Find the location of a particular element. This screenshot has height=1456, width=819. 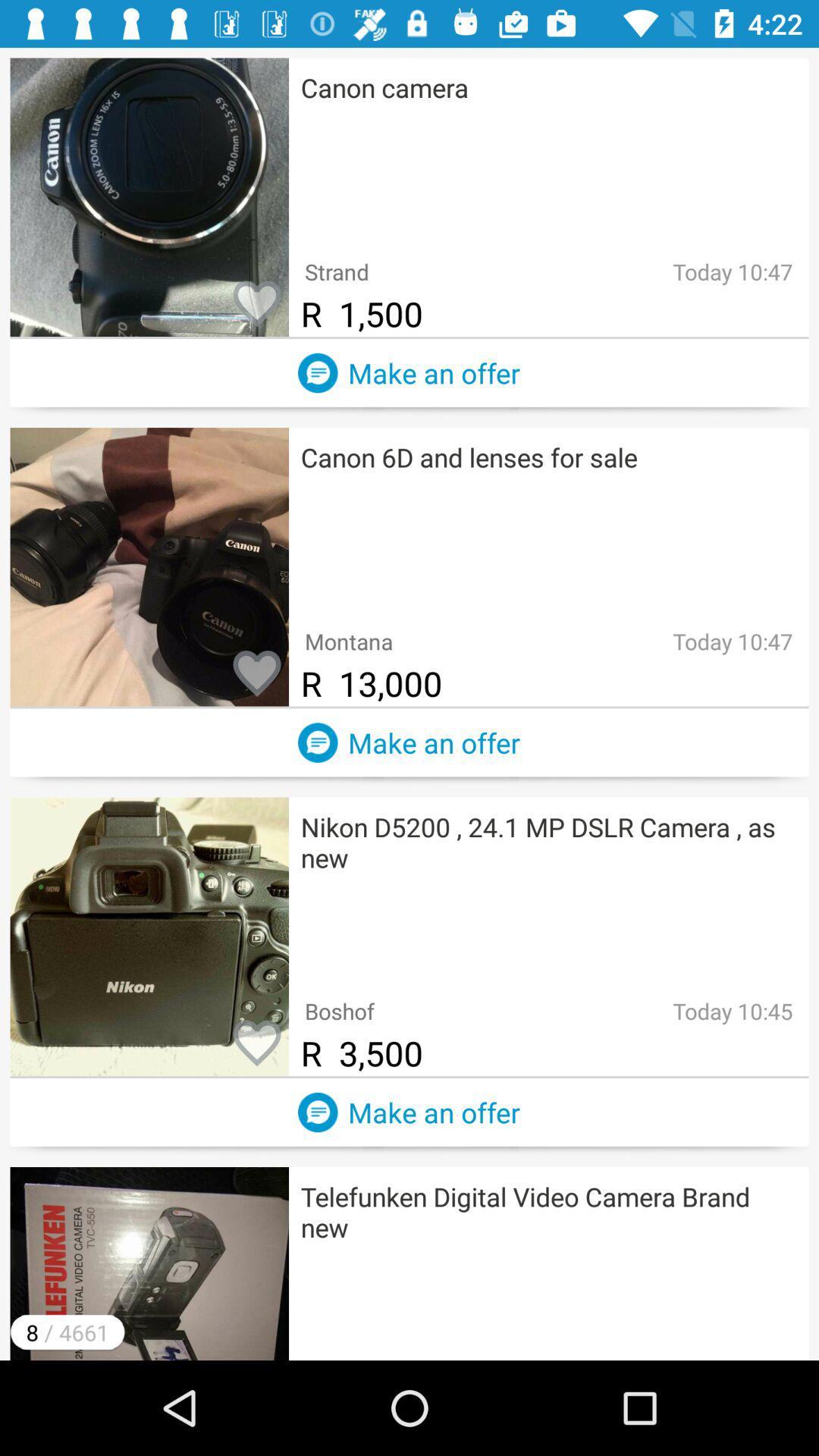

make an offer is located at coordinates (317, 372).